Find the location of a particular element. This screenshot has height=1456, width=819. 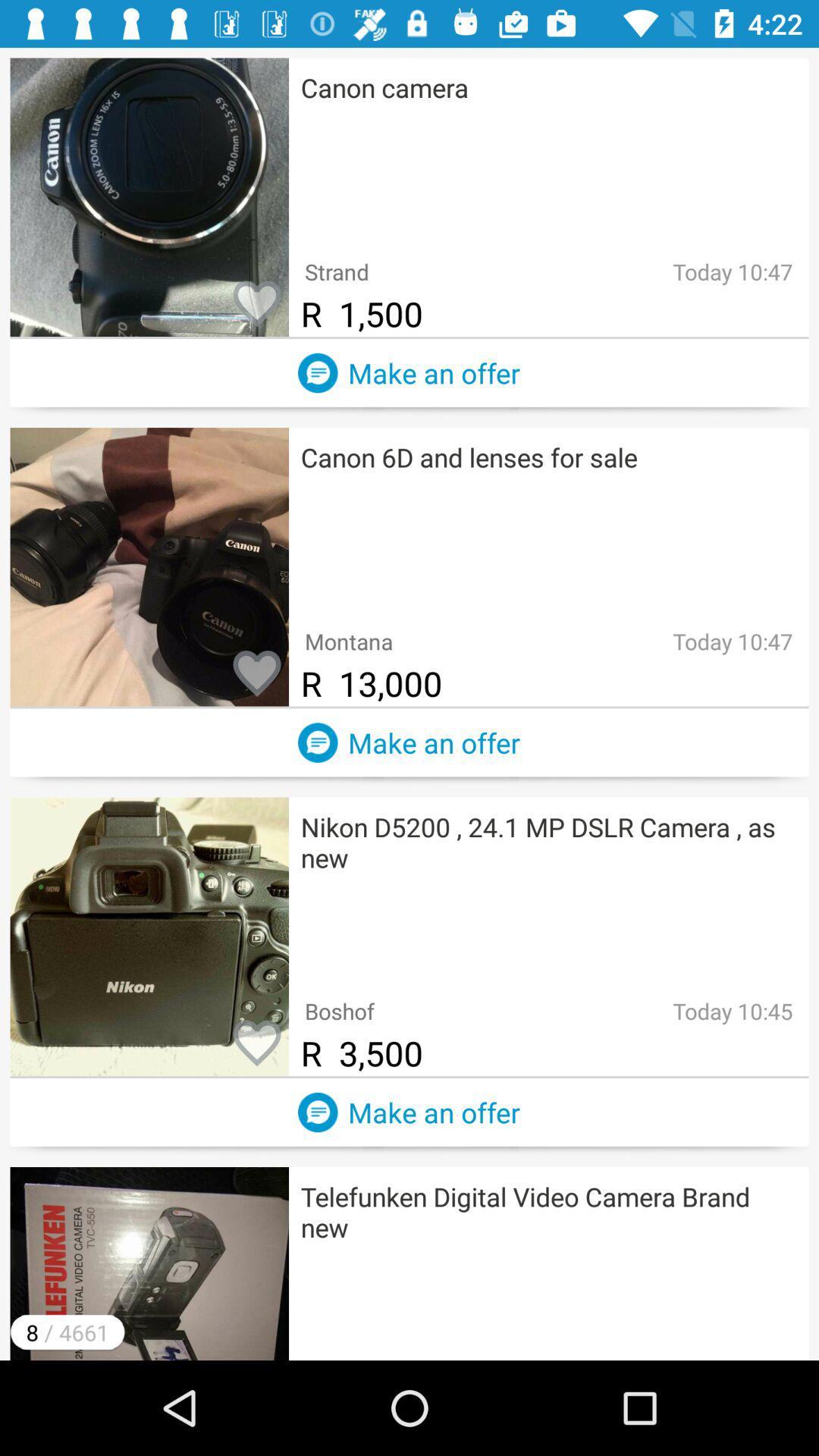

make an offer is located at coordinates (317, 372).